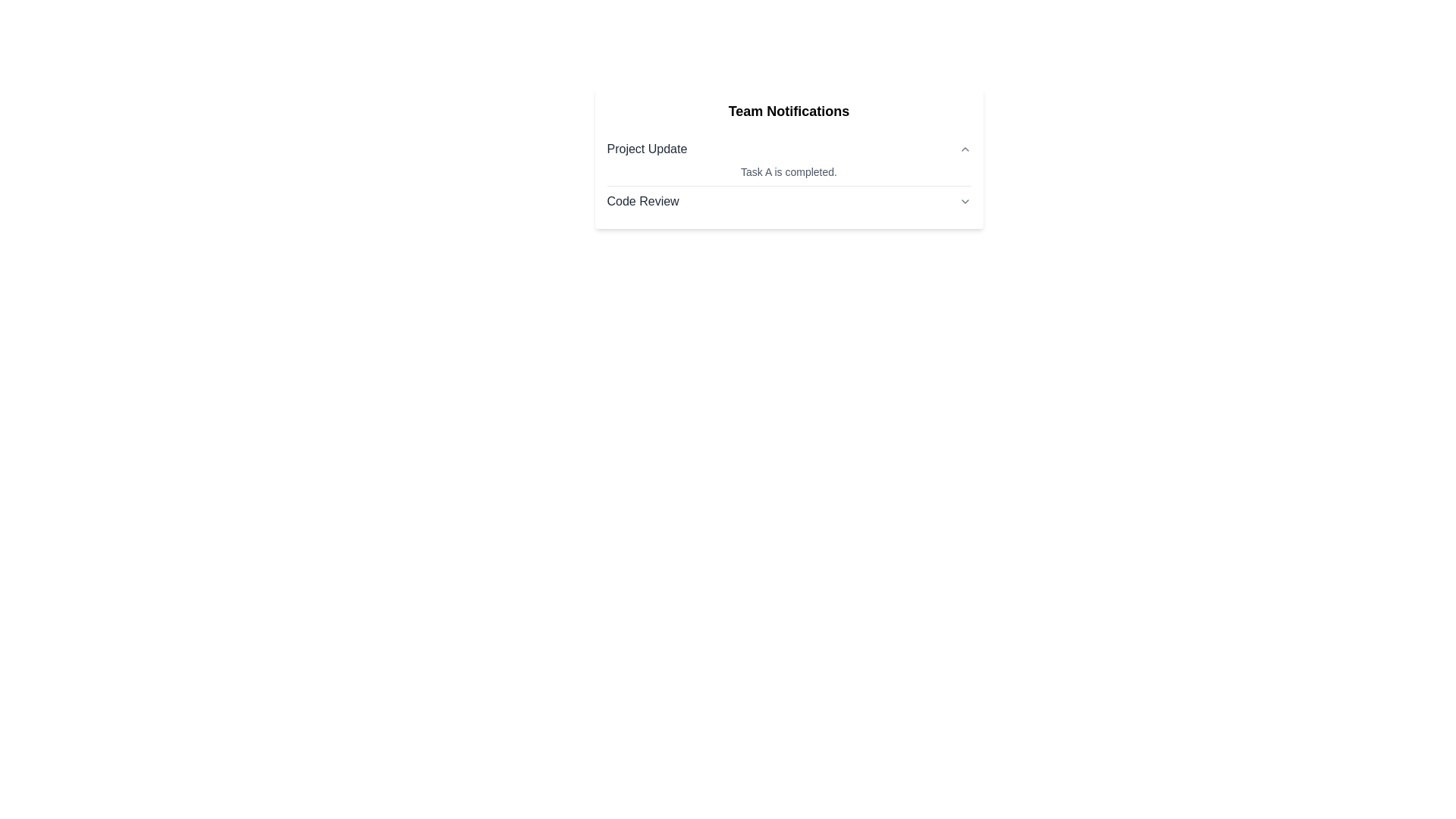 The image size is (1456, 819). I want to click on the list item titled 'Project Update' that contains the description 'Task A is completed.', so click(789, 174).